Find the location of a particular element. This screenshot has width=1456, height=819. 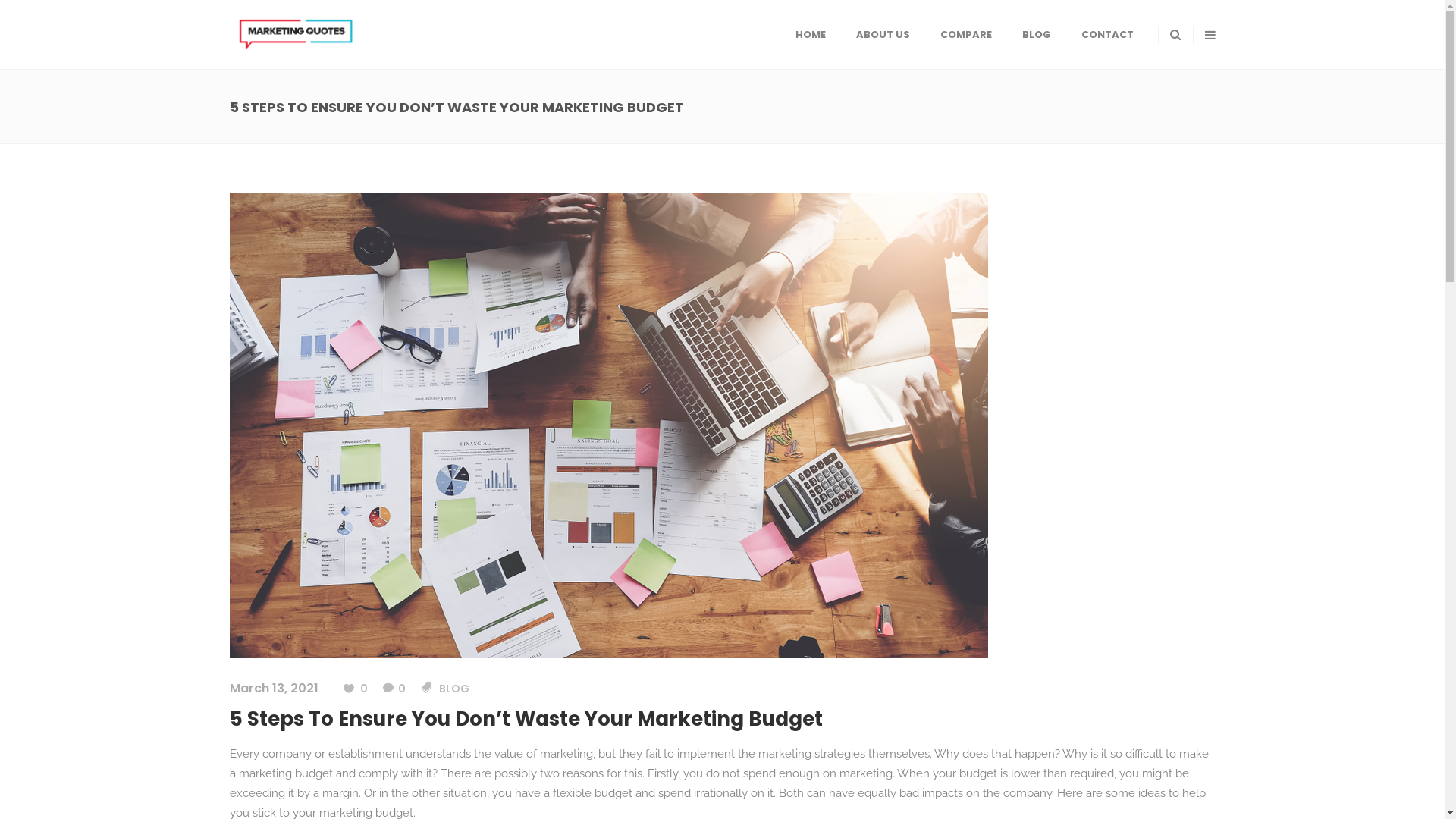

'HOME' is located at coordinates (808, 34).